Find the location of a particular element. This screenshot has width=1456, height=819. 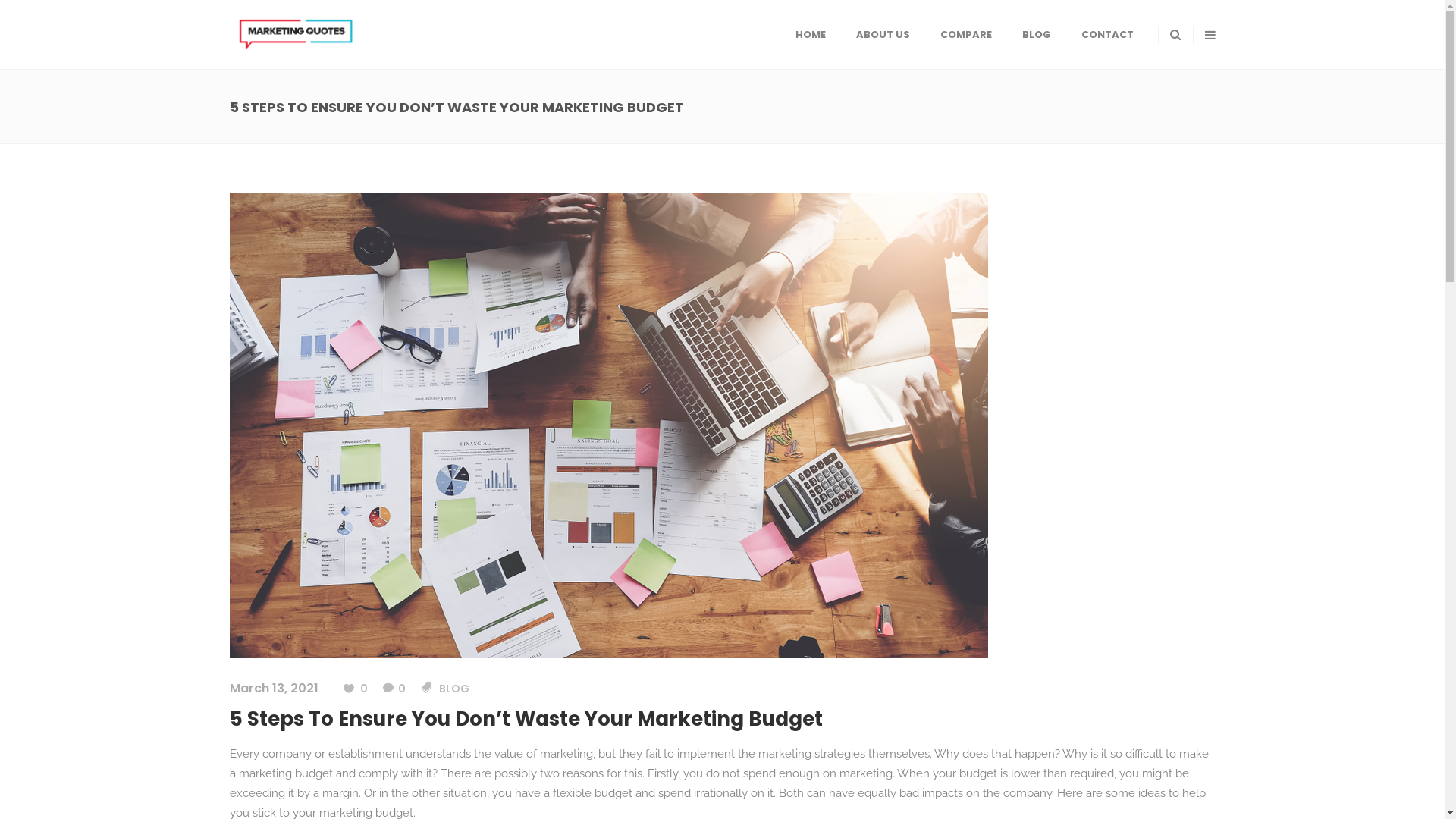

'HOME' is located at coordinates (808, 34).